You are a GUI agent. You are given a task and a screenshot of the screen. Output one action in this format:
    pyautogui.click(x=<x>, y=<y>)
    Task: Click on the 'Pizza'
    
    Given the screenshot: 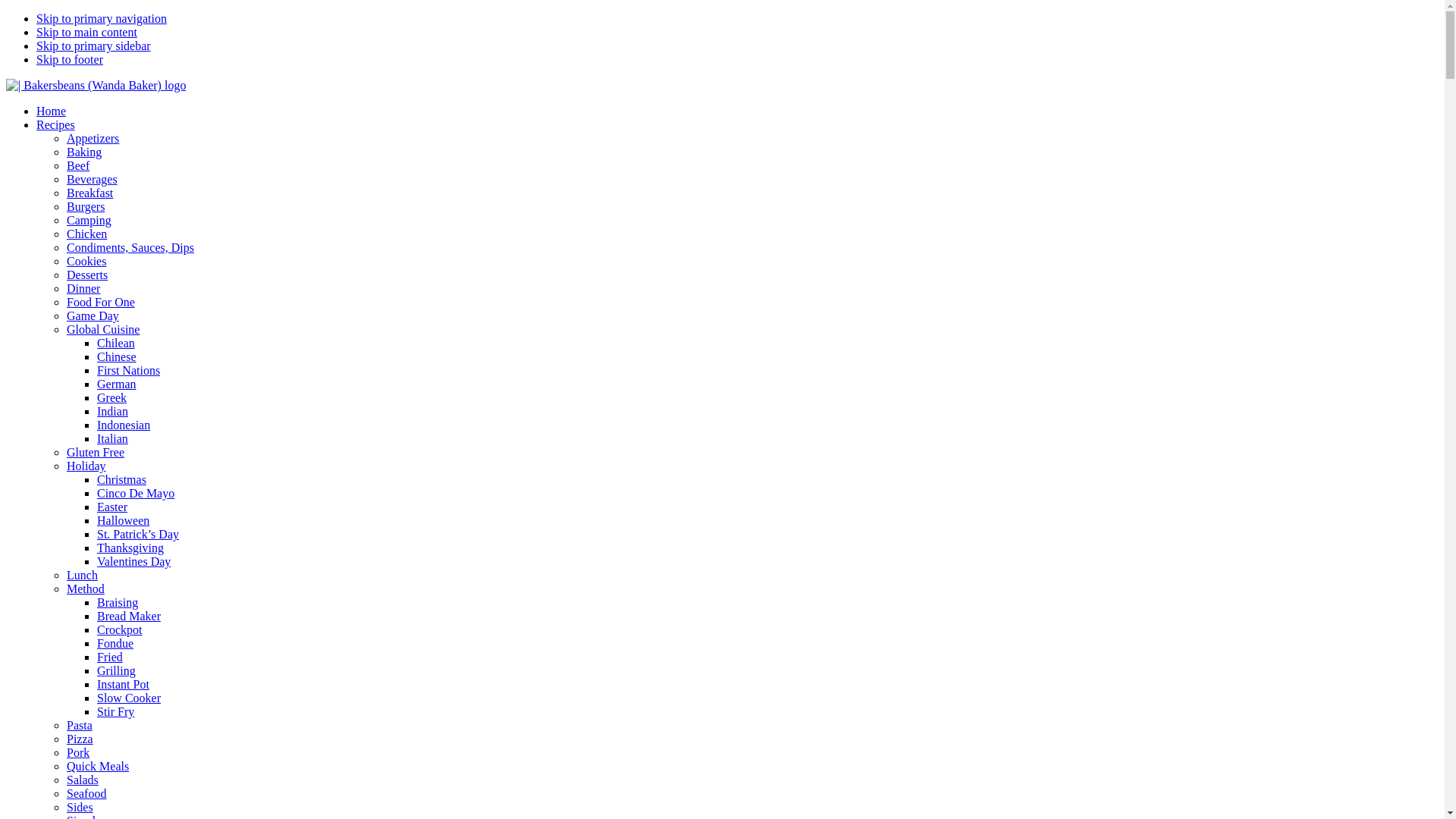 What is the action you would take?
    pyautogui.click(x=79, y=738)
    